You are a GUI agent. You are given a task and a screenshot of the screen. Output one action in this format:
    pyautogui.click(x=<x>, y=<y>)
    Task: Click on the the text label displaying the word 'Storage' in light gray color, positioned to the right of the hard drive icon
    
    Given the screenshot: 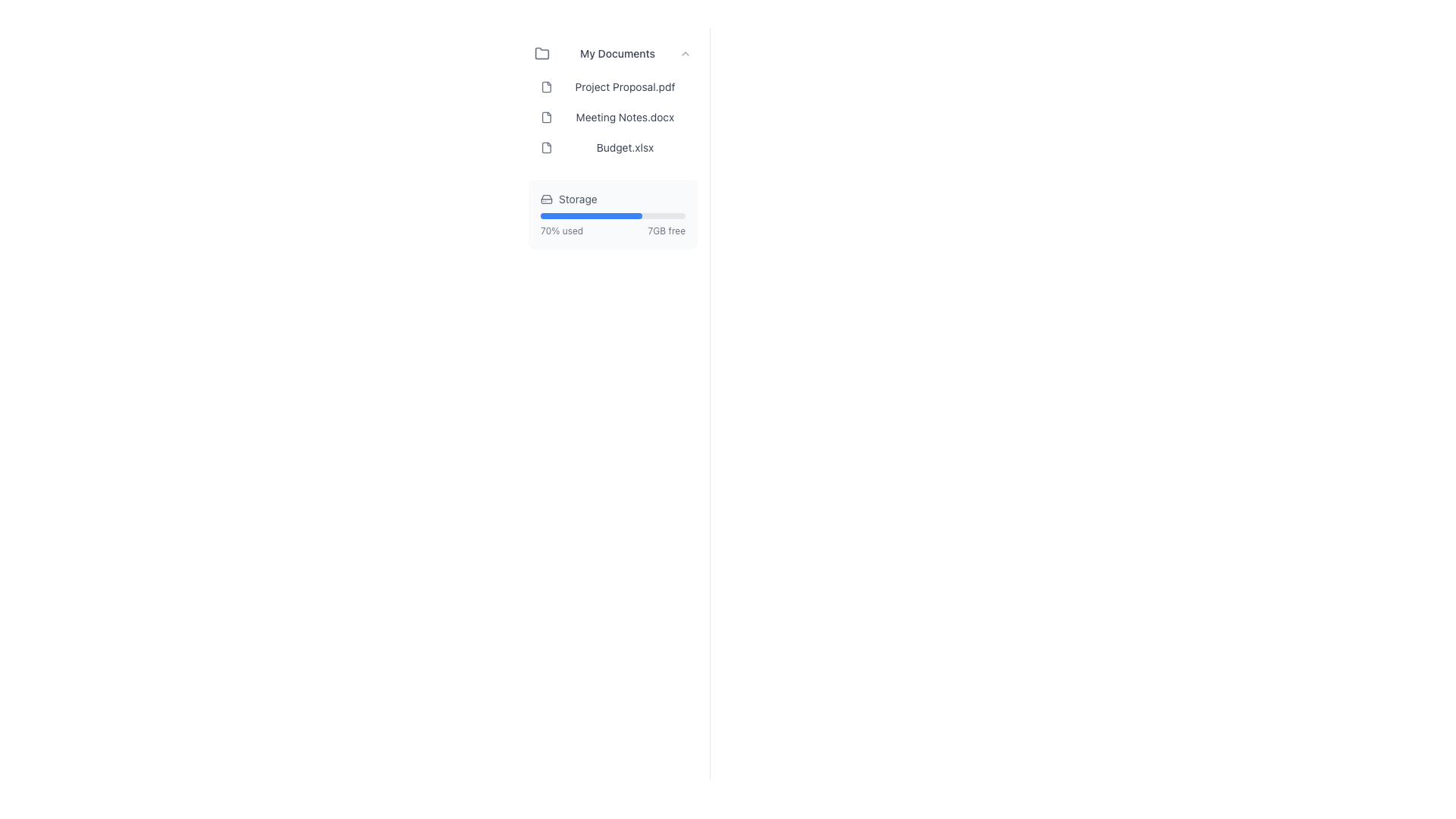 What is the action you would take?
    pyautogui.click(x=577, y=198)
    